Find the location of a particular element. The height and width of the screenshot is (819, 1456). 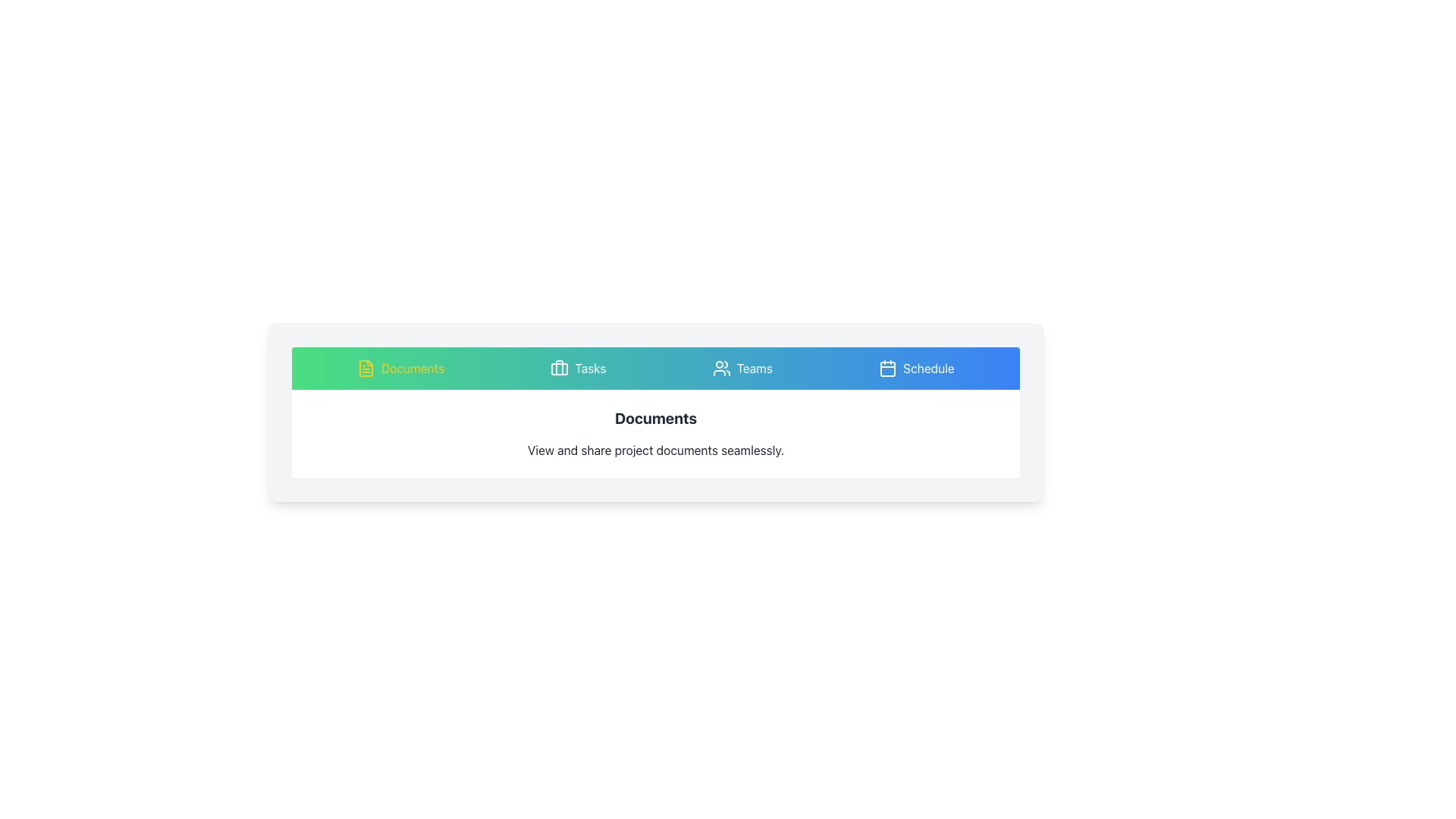

the 'Schedule' button, which is the fourth item in the horizontal navigation bar, styled with white text on a blue background and accompanied by a calendar icon is located at coordinates (916, 369).